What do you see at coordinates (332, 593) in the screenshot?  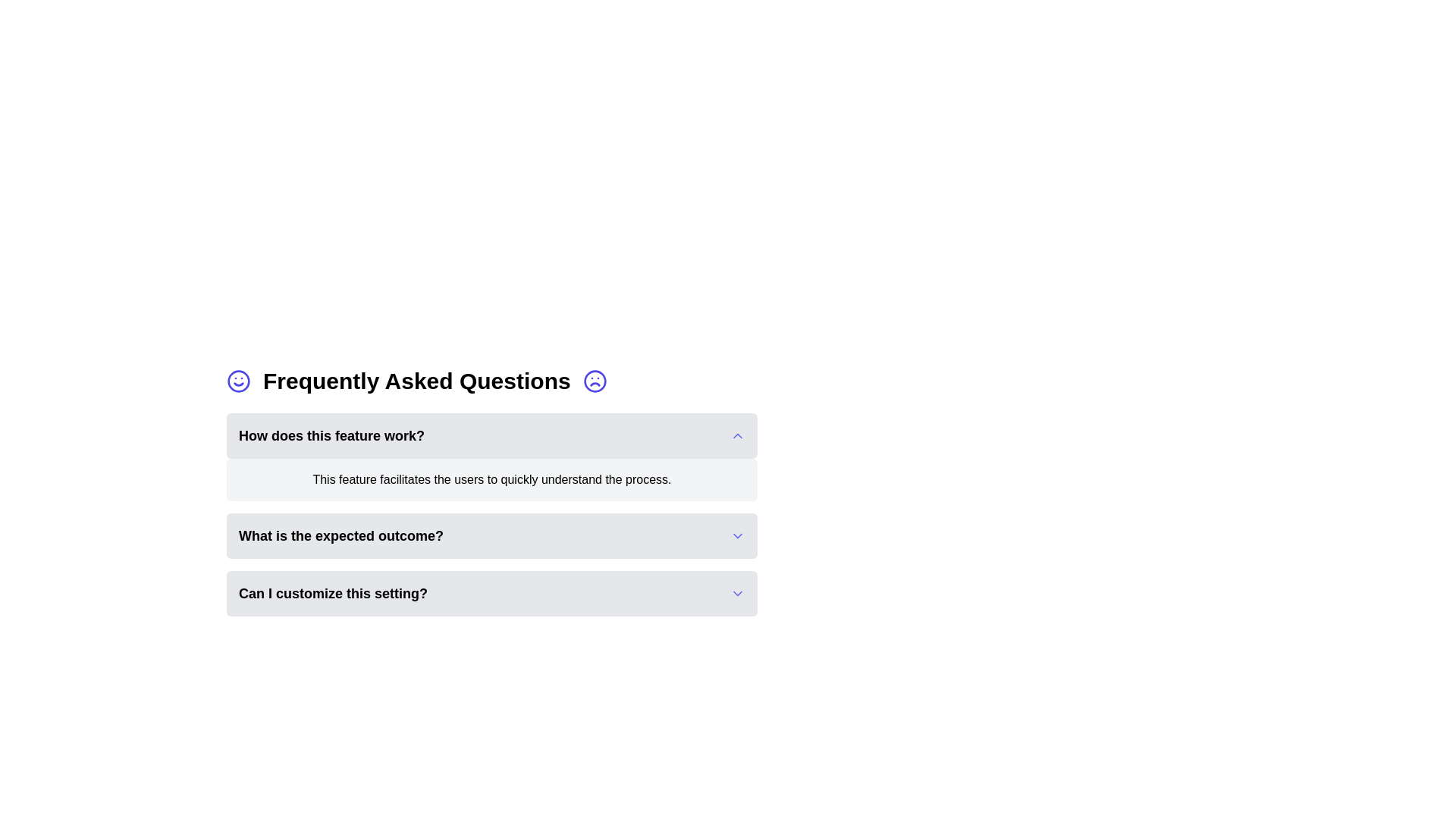 I see `the text label that serves as a question header within the FAQ section, located below the FAQ titled 'What is the expected outcome?'` at bounding box center [332, 593].